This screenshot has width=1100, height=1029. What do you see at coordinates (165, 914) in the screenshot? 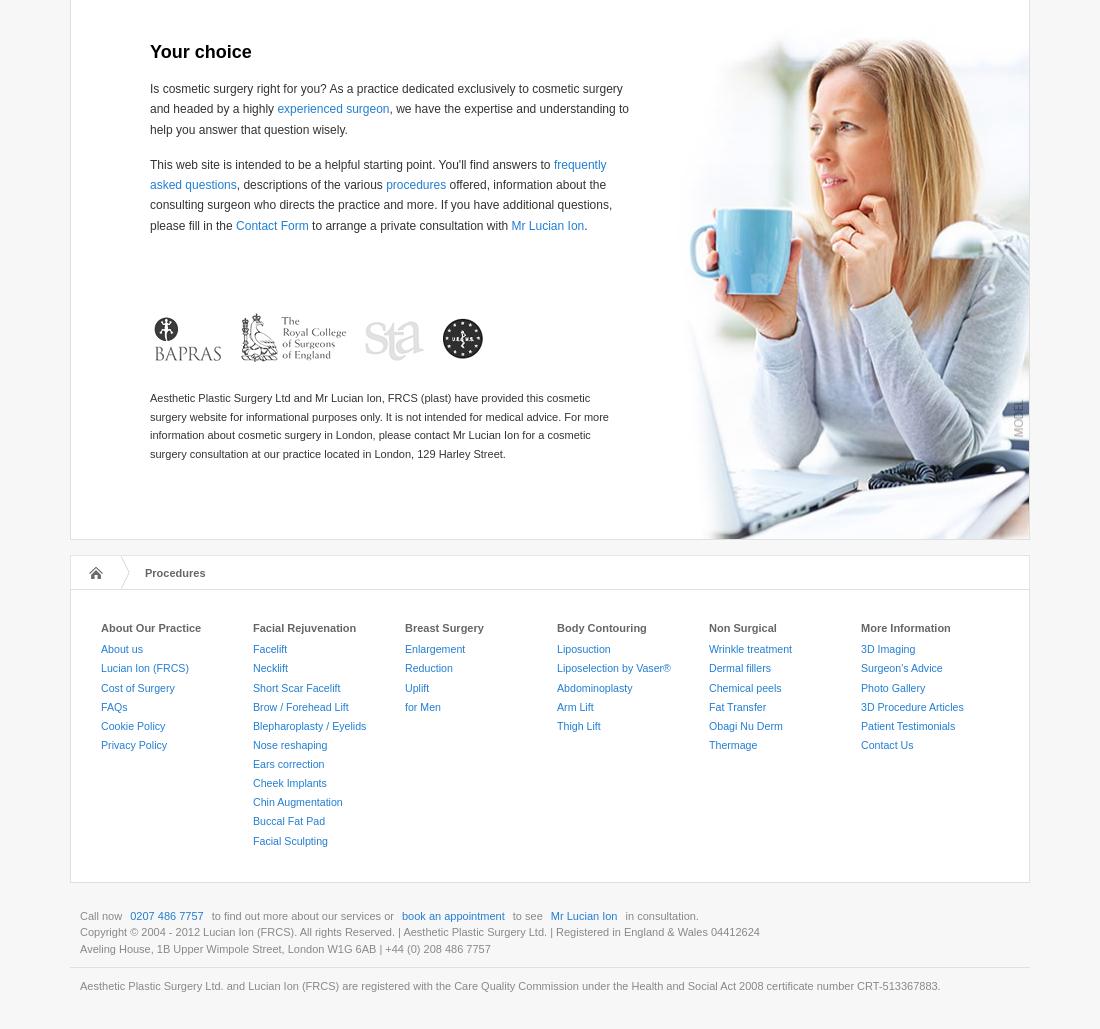
I see `'0207 486 7757'` at bounding box center [165, 914].